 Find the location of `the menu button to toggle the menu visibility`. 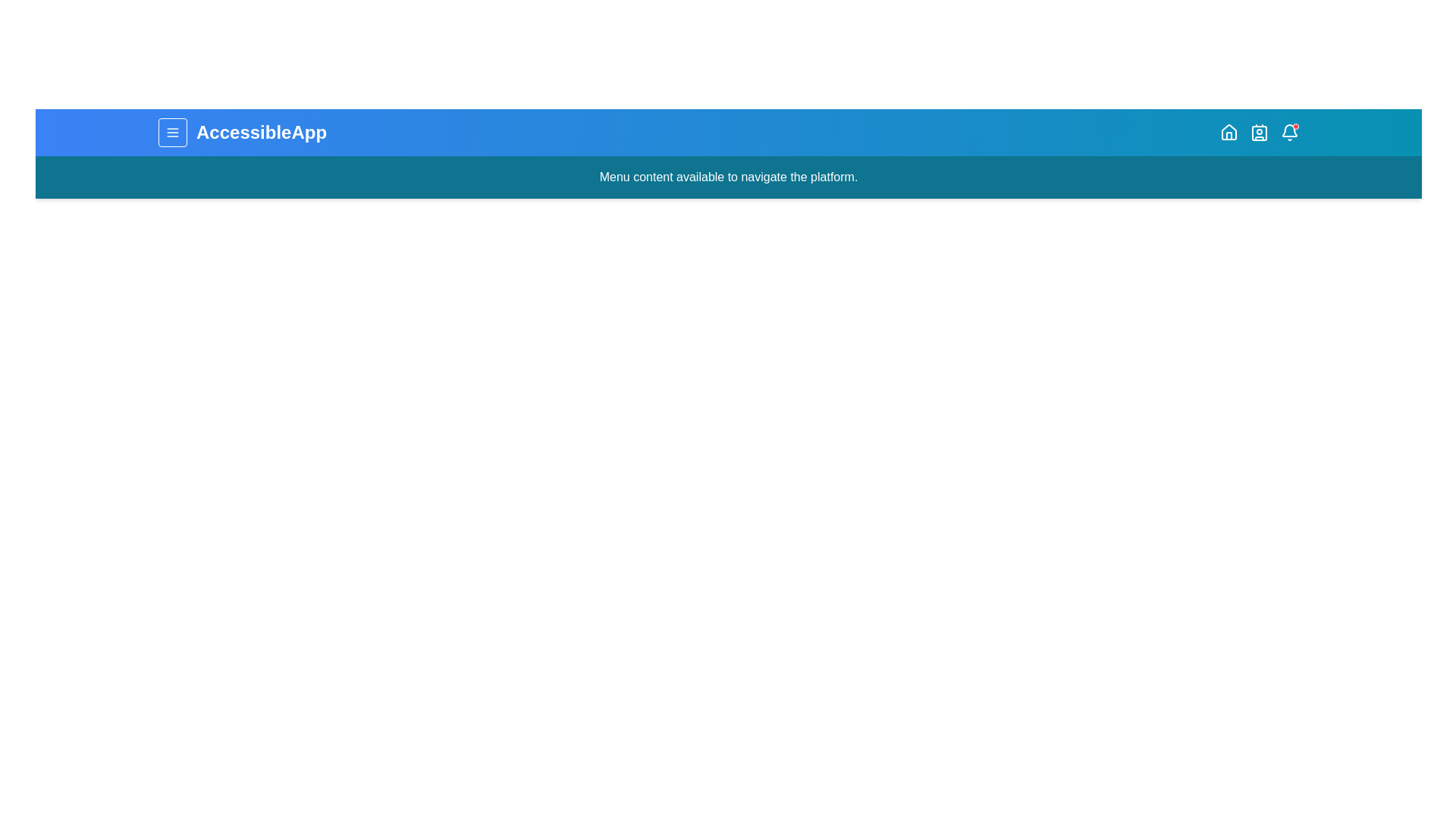

the menu button to toggle the menu visibility is located at coordinates (172, 131).